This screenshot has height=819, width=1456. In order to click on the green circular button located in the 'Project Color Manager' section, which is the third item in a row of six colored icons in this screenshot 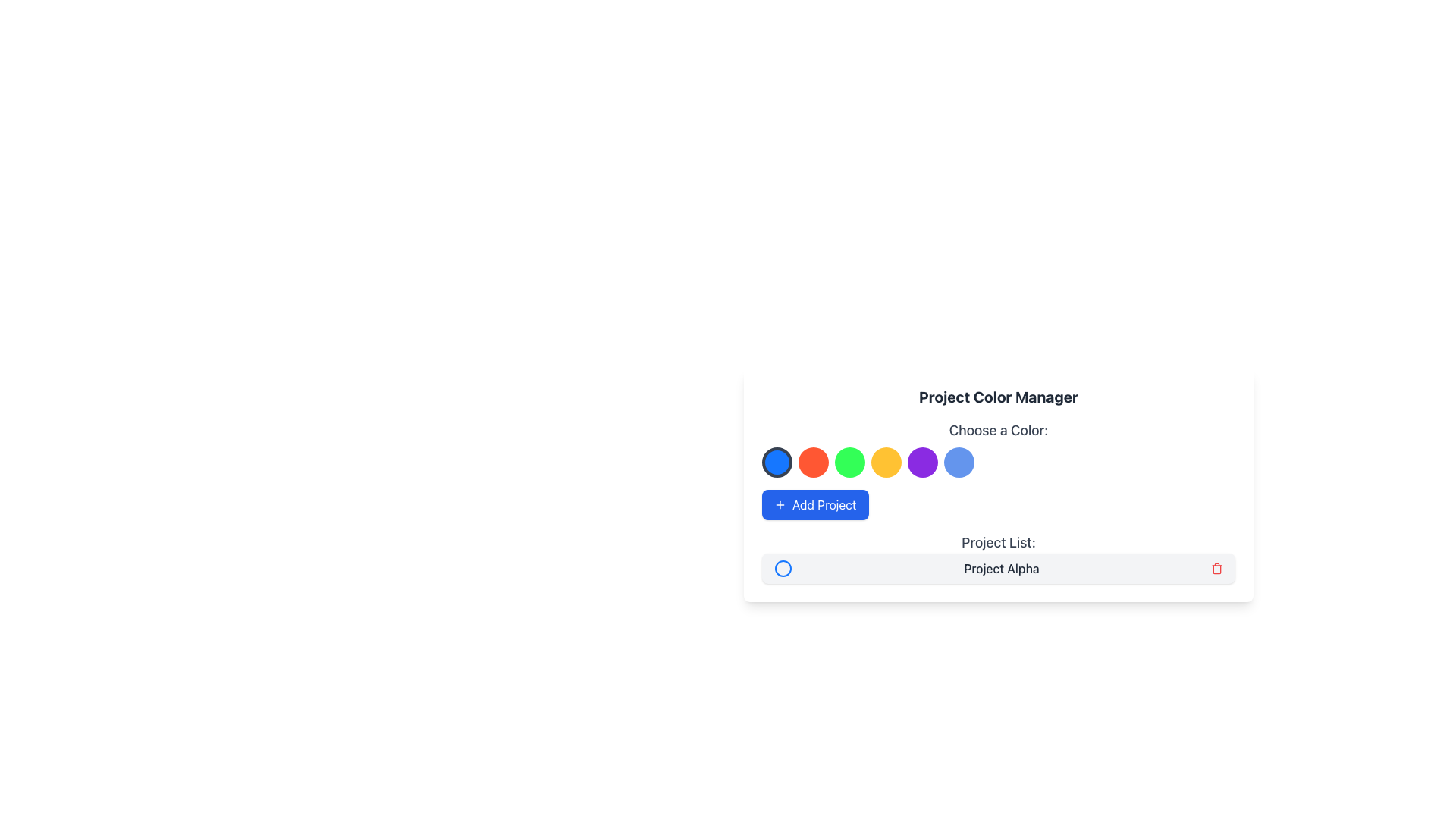, I will do `click(850, 461)`.